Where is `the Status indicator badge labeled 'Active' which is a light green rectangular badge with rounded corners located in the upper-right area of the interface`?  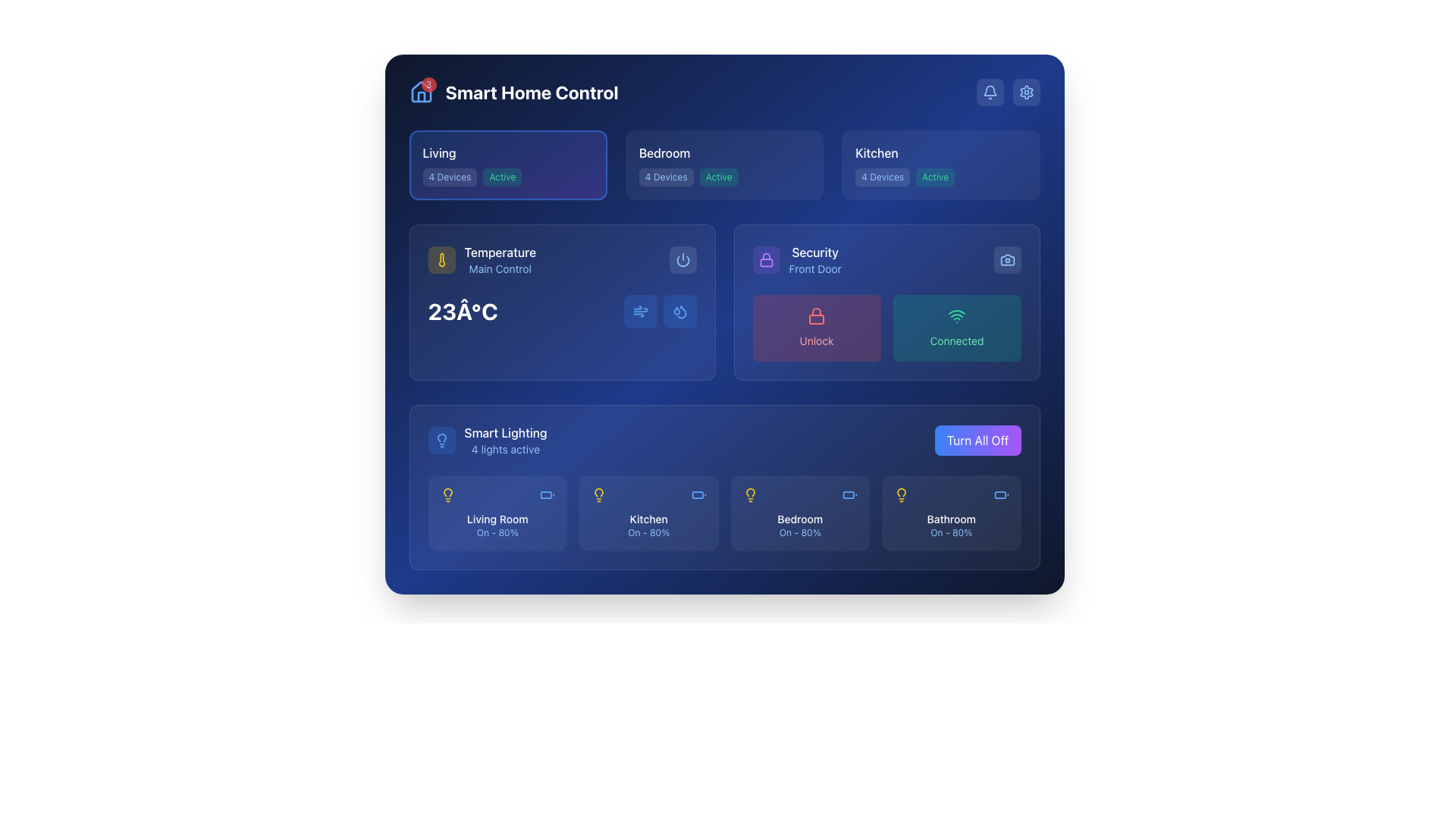
the Status indicator badge labeled 'Active' which is a light green rectangular badge with rounded corners located in the upper-right area of the interface is located at coordinates (940, 165).